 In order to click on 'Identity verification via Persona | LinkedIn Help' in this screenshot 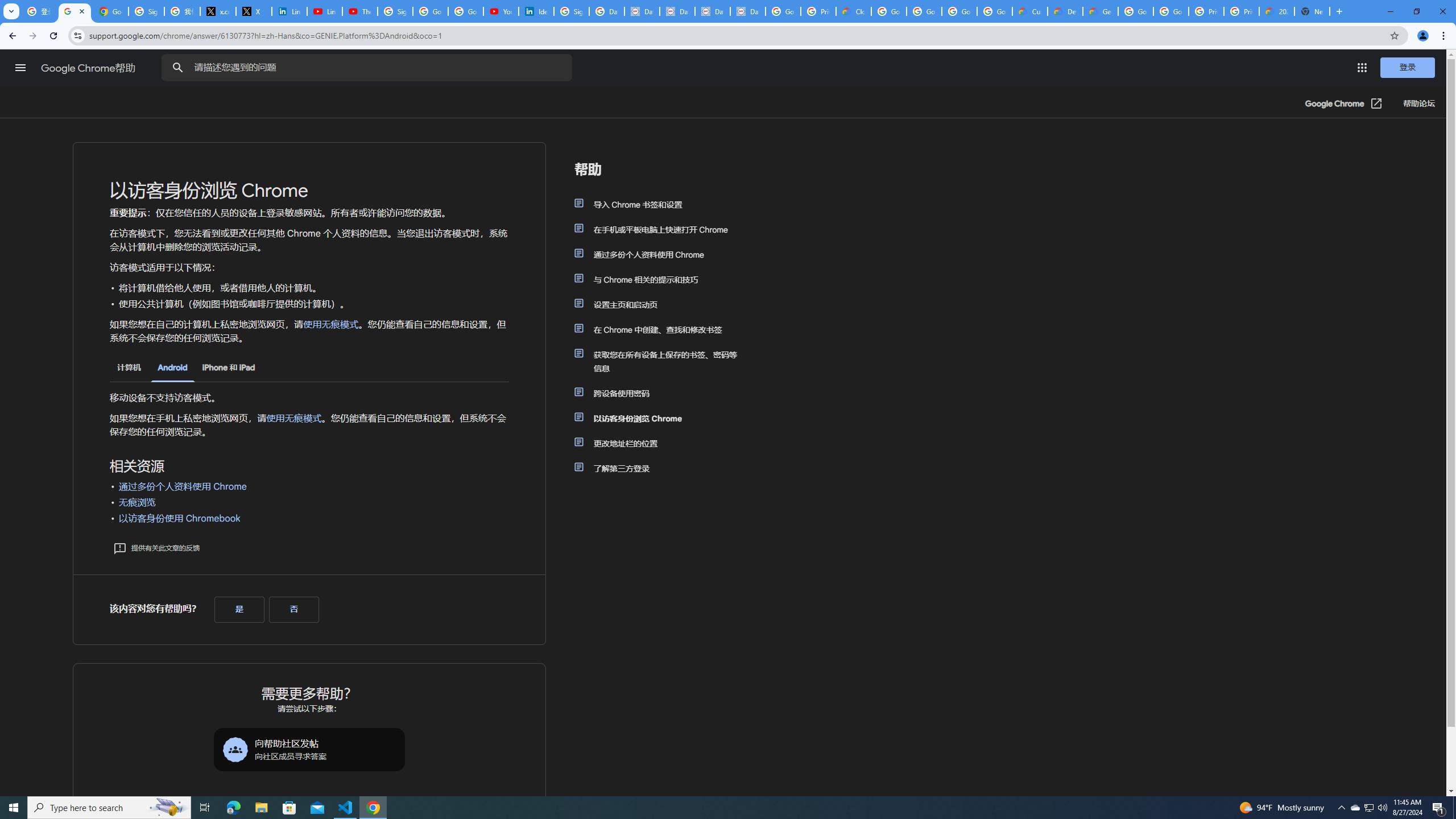, I will do `click(536, 11)`.